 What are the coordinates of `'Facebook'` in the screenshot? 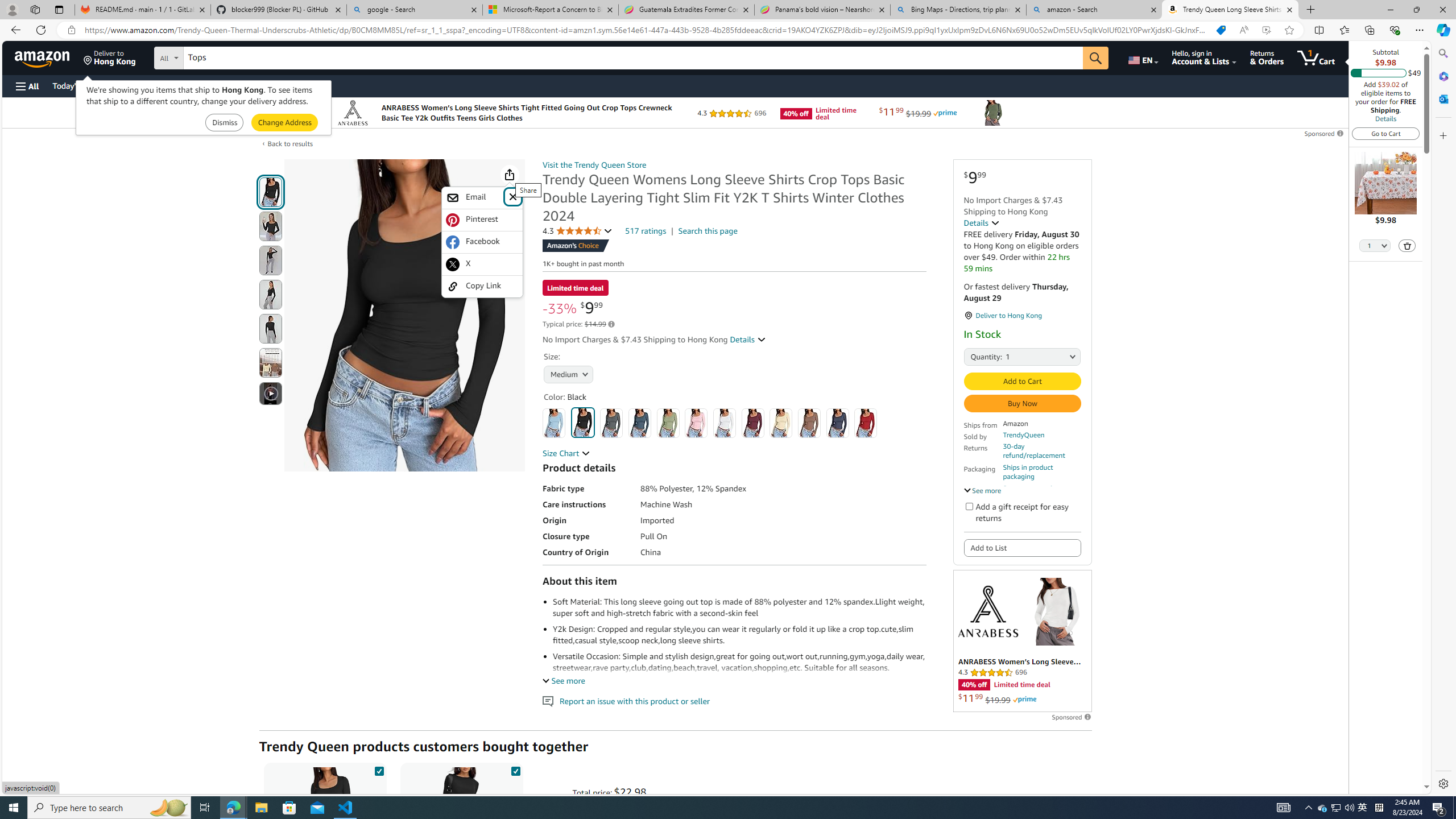 It's located at (482, 242).